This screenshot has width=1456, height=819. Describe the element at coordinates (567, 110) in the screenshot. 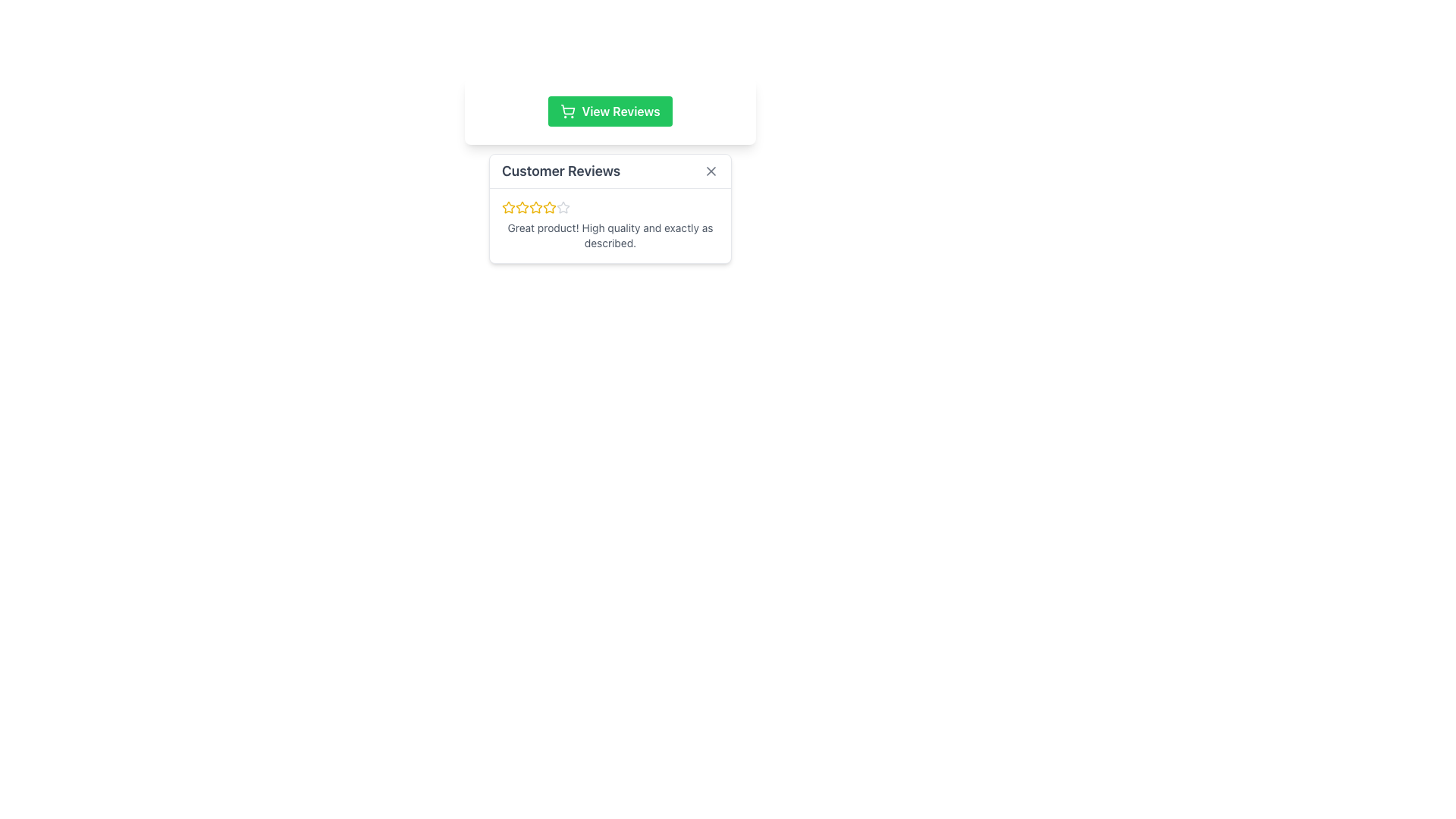

I see `the shopping cart icon located within the 'View Reviews' button, which is positioned to the left of the text label 'View Reviews'` at that location.